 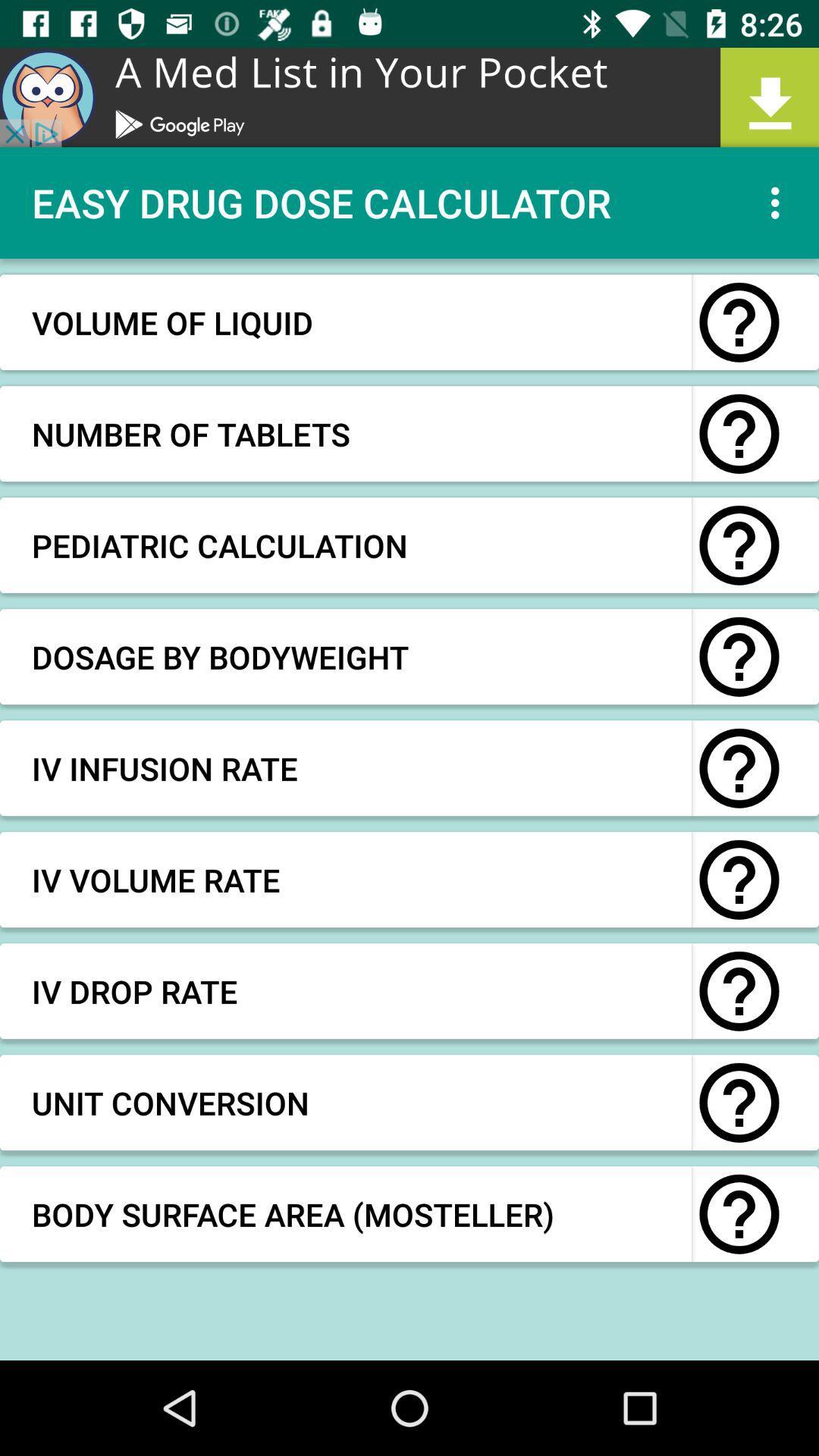 What do you see at coordinates (739, 768) in the screenshot?
I see `button` at bounding box center [739, 768].